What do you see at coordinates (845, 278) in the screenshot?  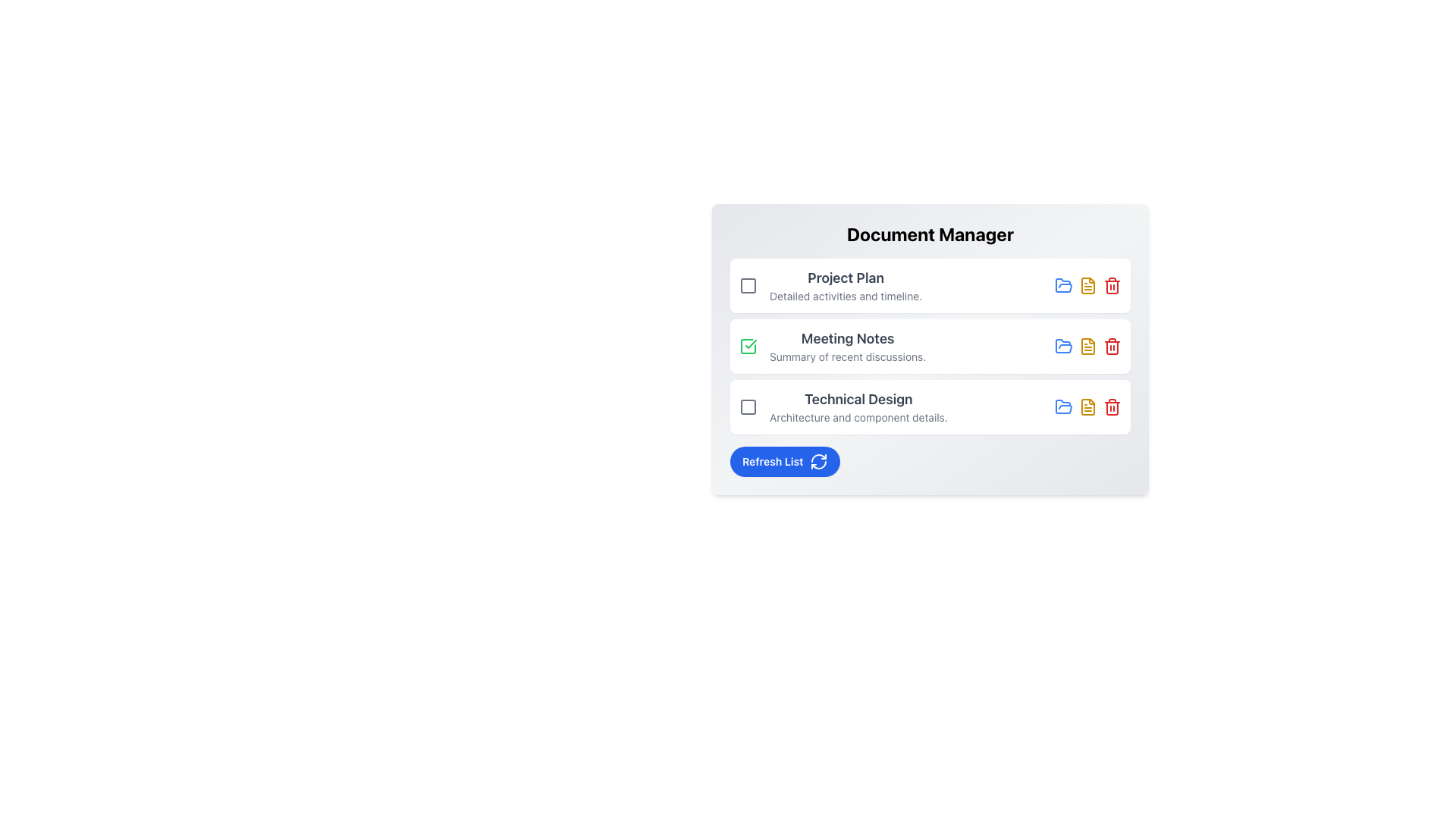 I see `the 'Project Plan' text label, which is prominently displayed in large, bold, dark gray font and is part of the 'Document Manager' list` at bounding box center [845, 278].